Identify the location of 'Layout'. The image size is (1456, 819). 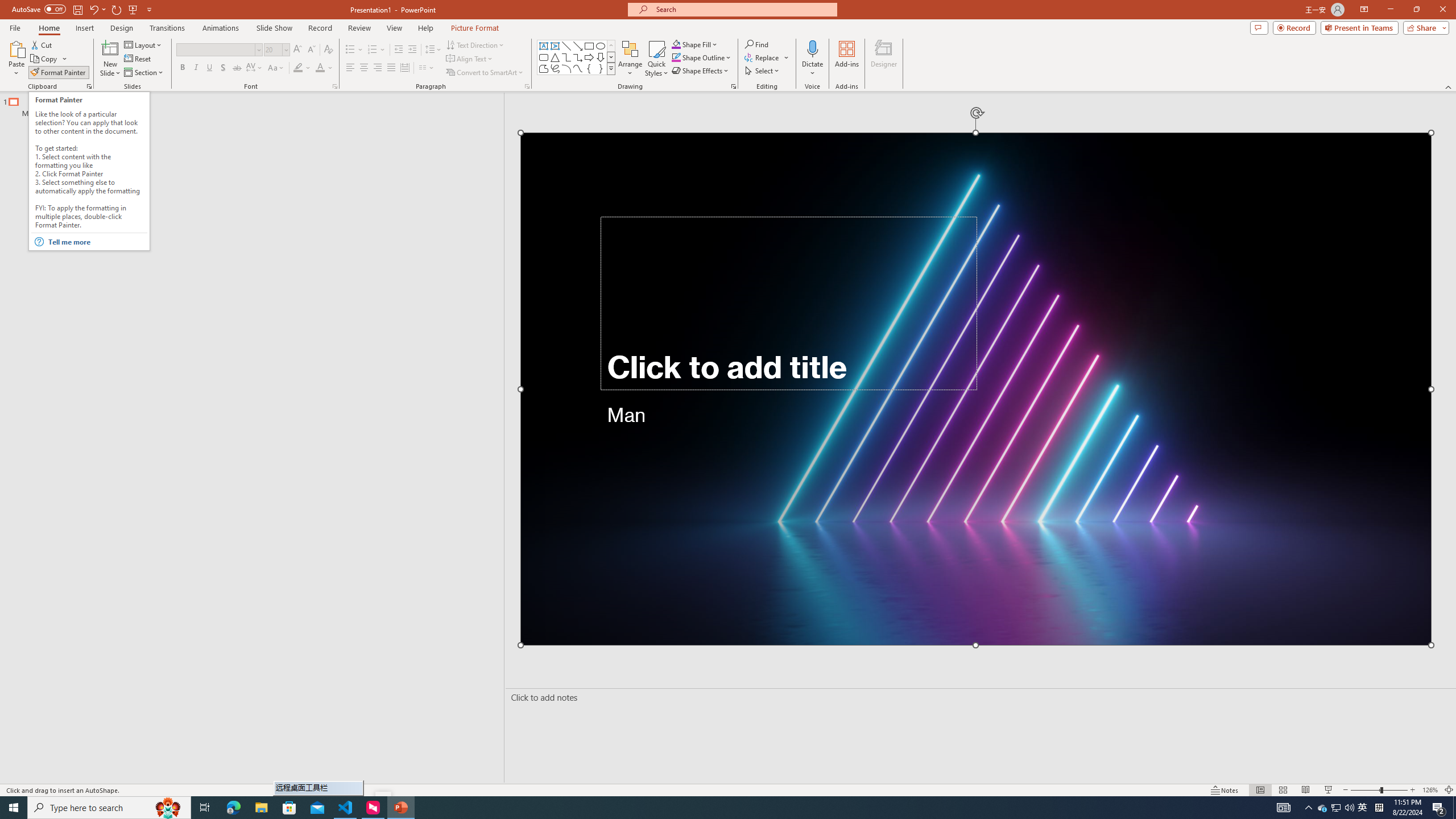
(143, 44).